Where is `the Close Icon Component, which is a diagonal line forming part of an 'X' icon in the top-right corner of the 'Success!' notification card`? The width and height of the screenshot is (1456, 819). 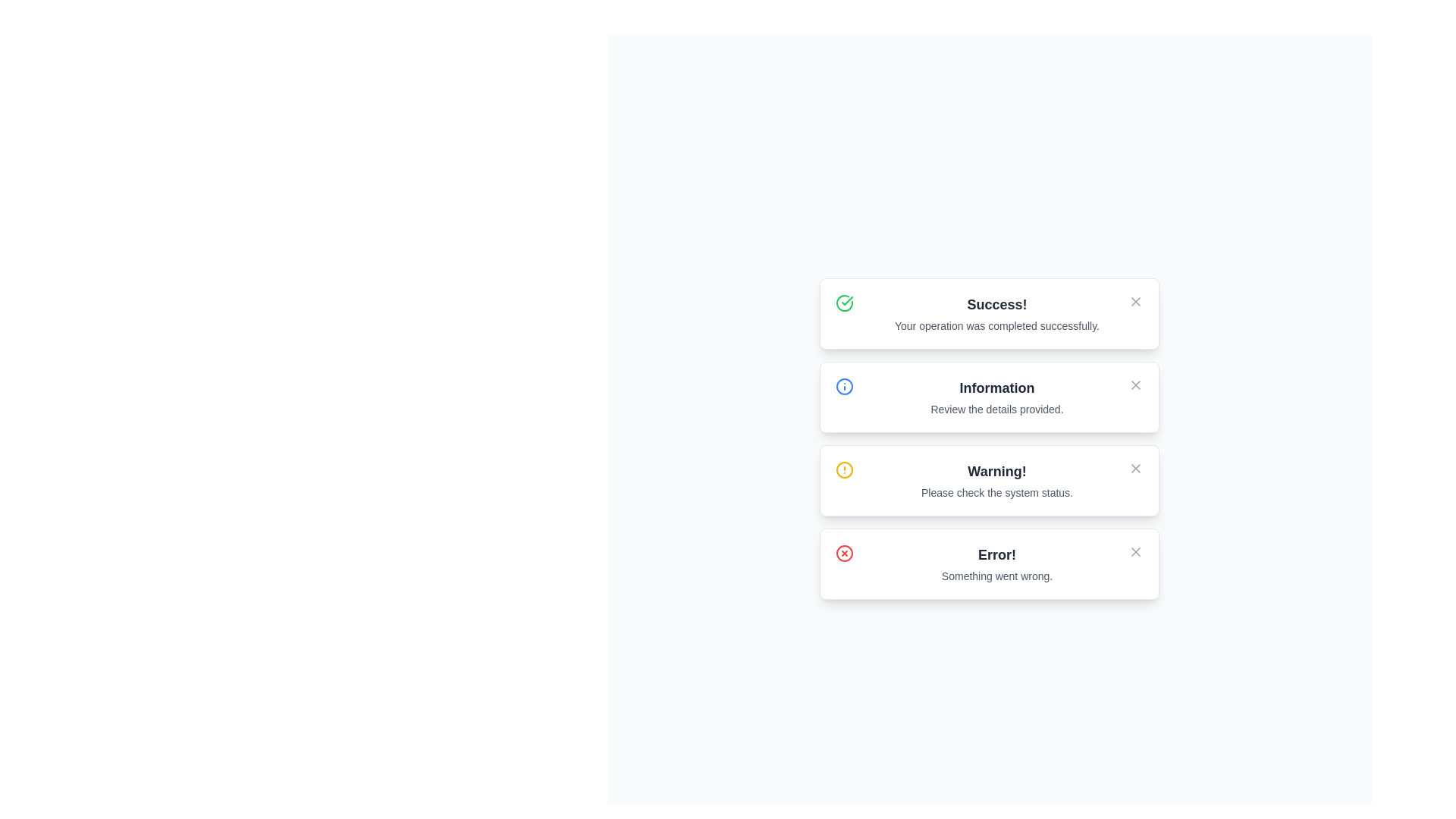
the Close Icon Component, which is a diagonal line forming part of an 'X' icon in the top-right corner of the 'Success!' notification card is located at coordinates (1135, 301).